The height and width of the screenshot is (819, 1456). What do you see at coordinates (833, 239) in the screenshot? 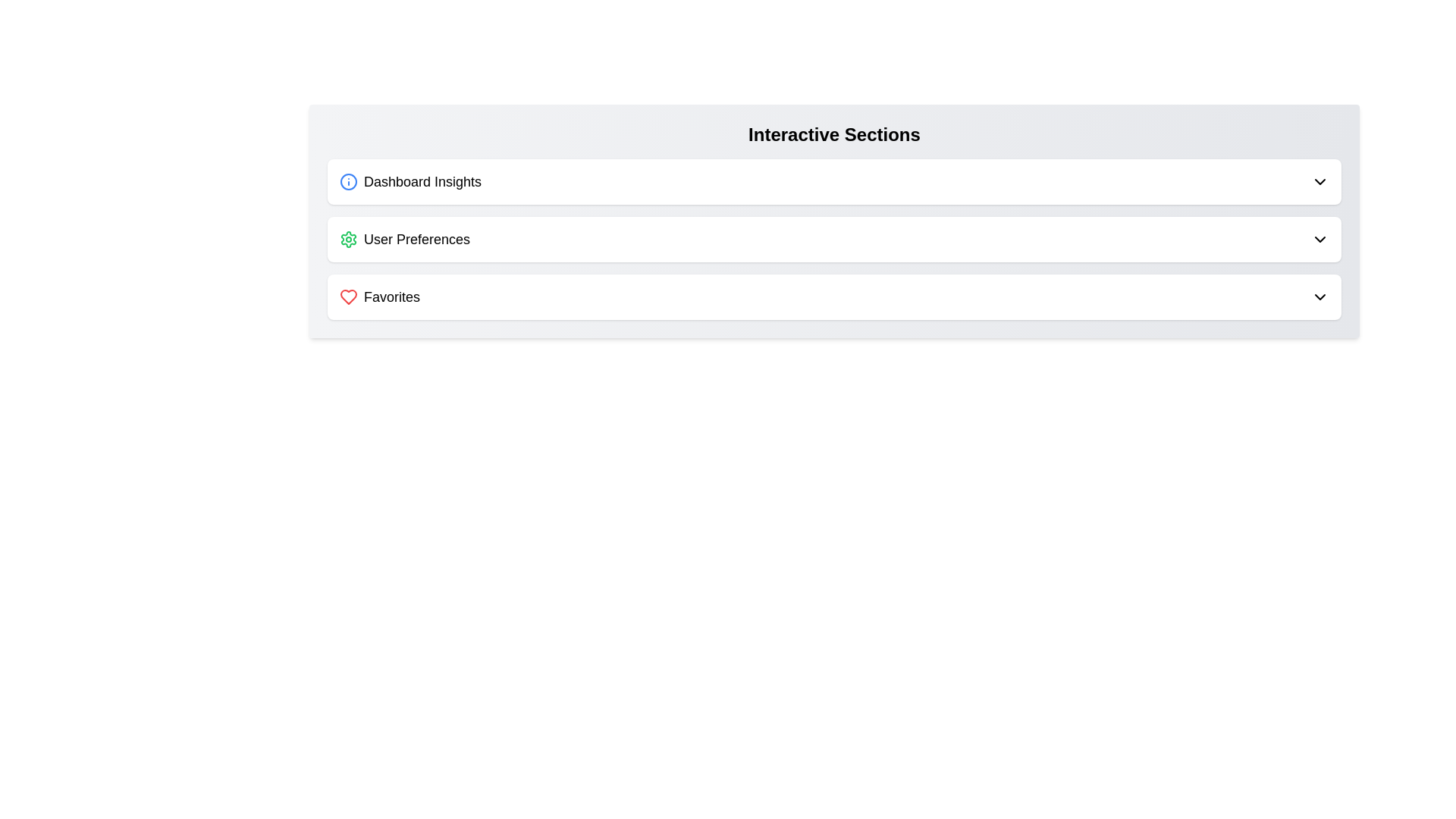
I see `the second selectable item in the list under 'Interactive Sections'` at bounding box center [833, 239].